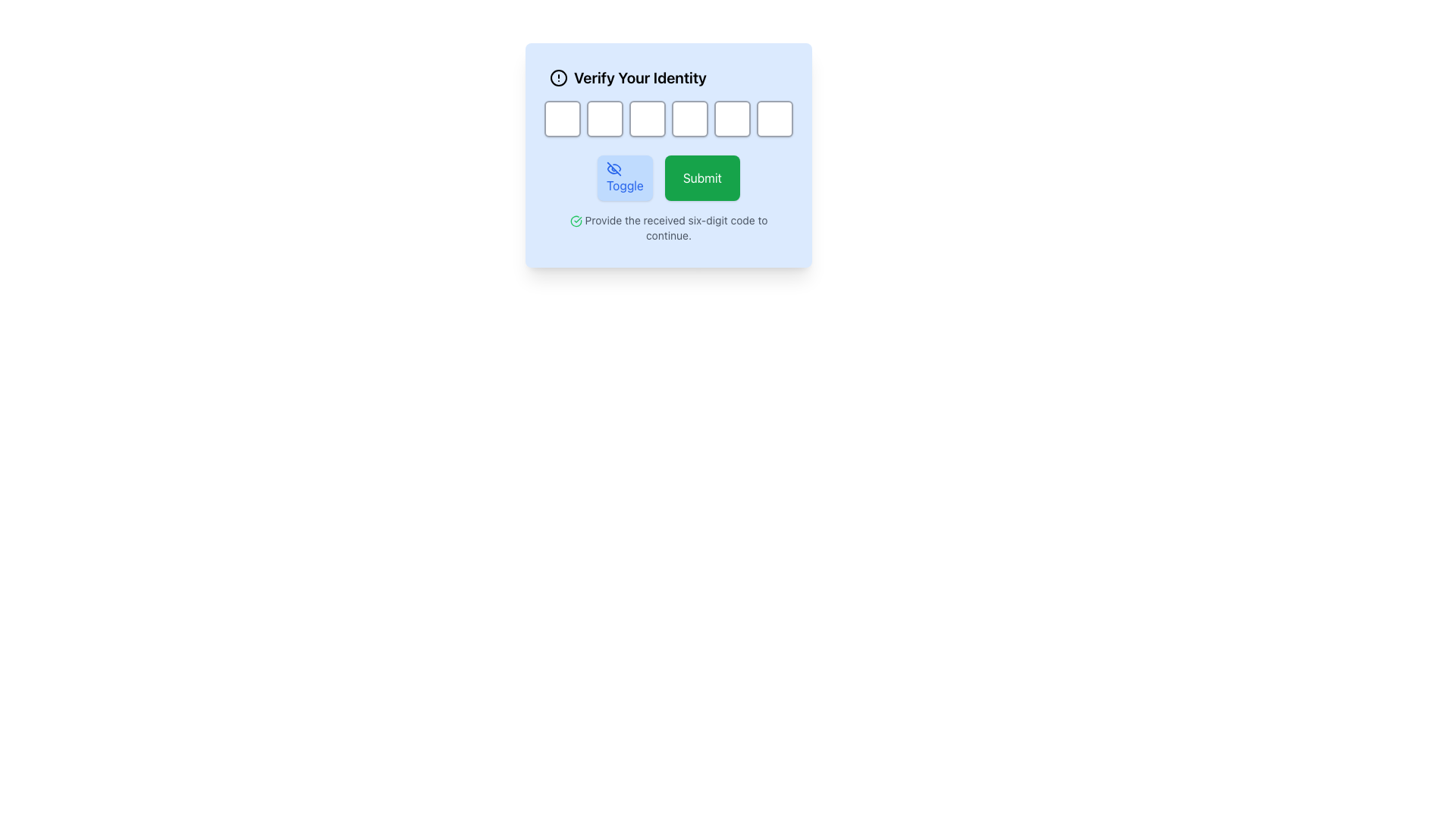  Describe the element at coordinates (625, 177) in the screenshot. I see `the toggle button located next to the green 'Submit' button` at that location.